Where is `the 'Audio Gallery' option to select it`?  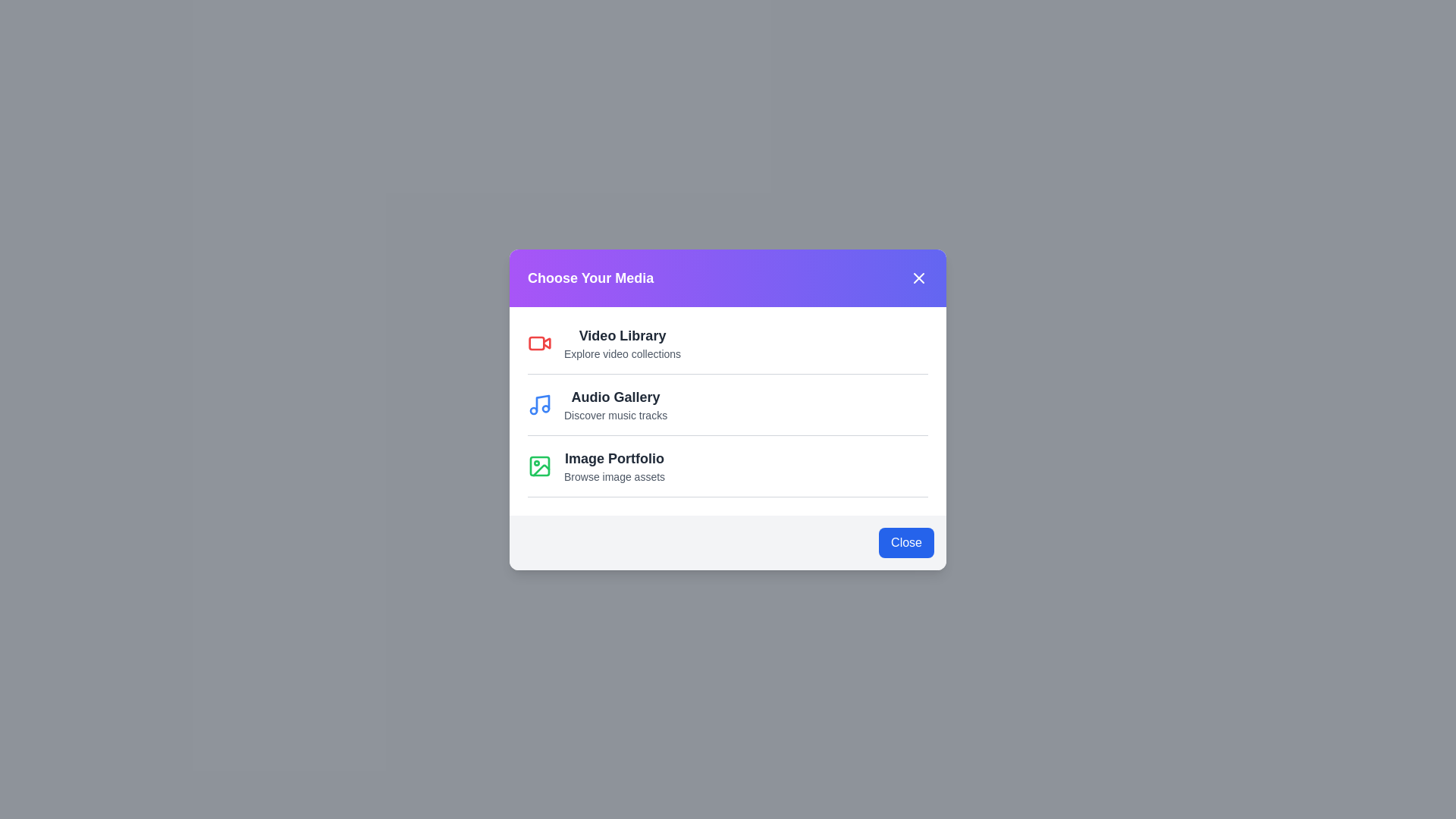 the 'Audio Gallery' option to select it is located at coordinates (615, 403).